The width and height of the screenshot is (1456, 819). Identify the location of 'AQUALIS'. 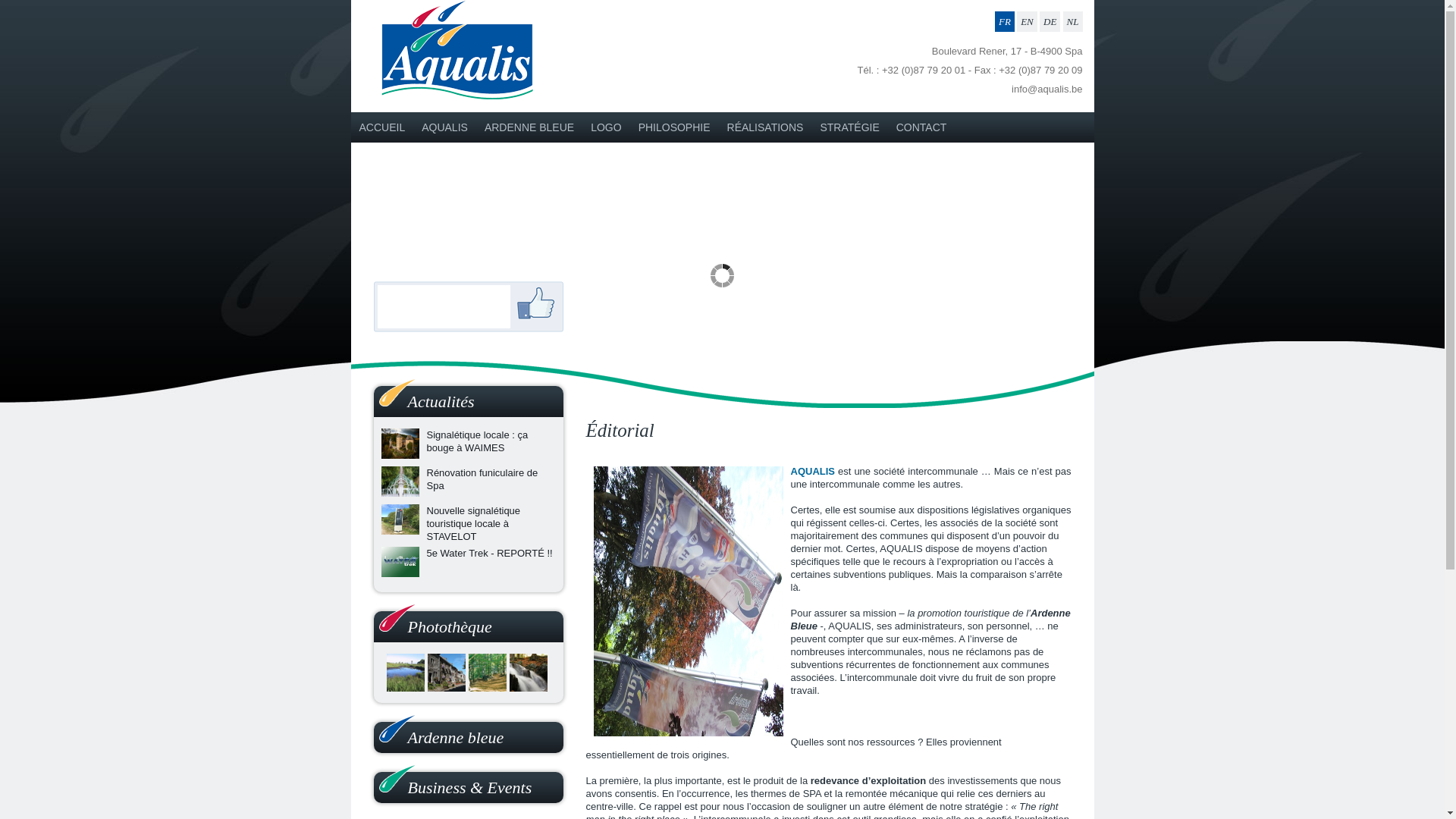
(444, 127).